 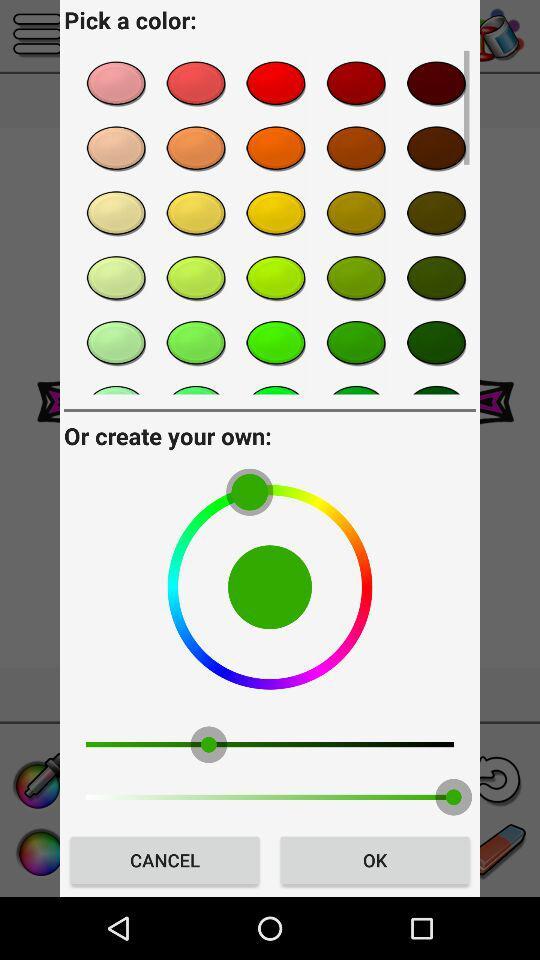 I want to click on icon at the bottom left corner, so click(x=164, y=859).